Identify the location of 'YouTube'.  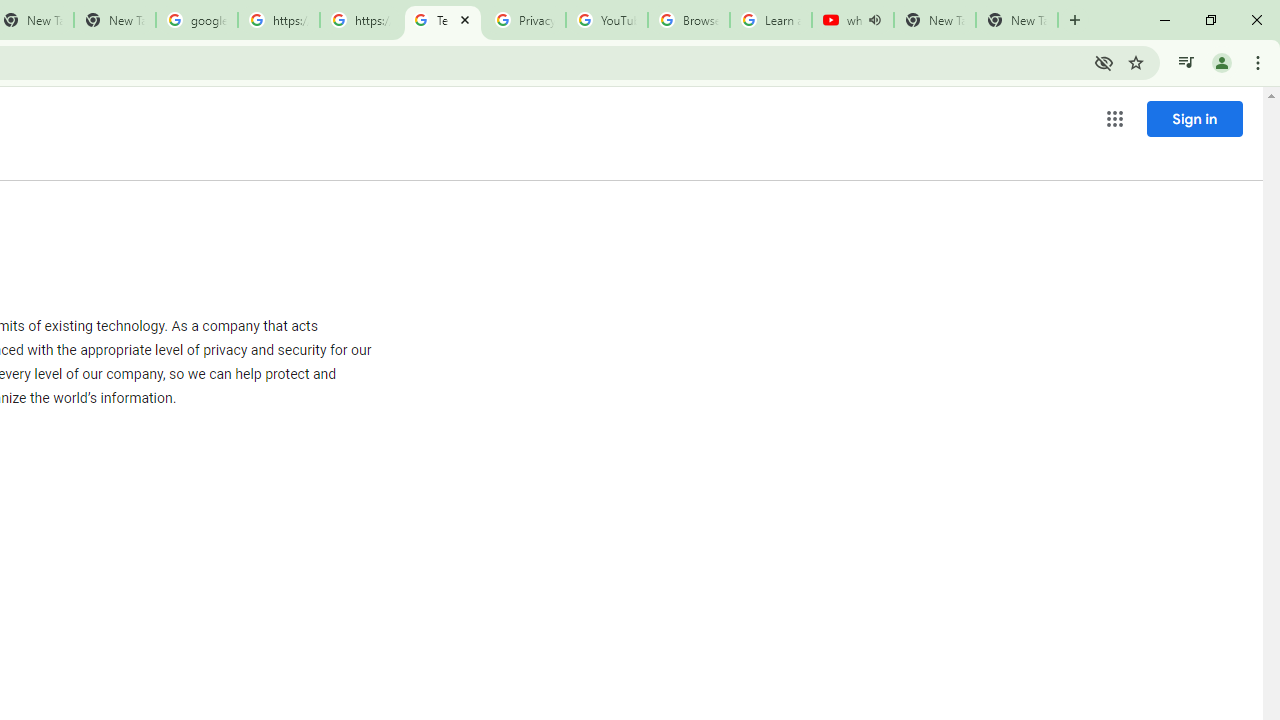
(605, 20).